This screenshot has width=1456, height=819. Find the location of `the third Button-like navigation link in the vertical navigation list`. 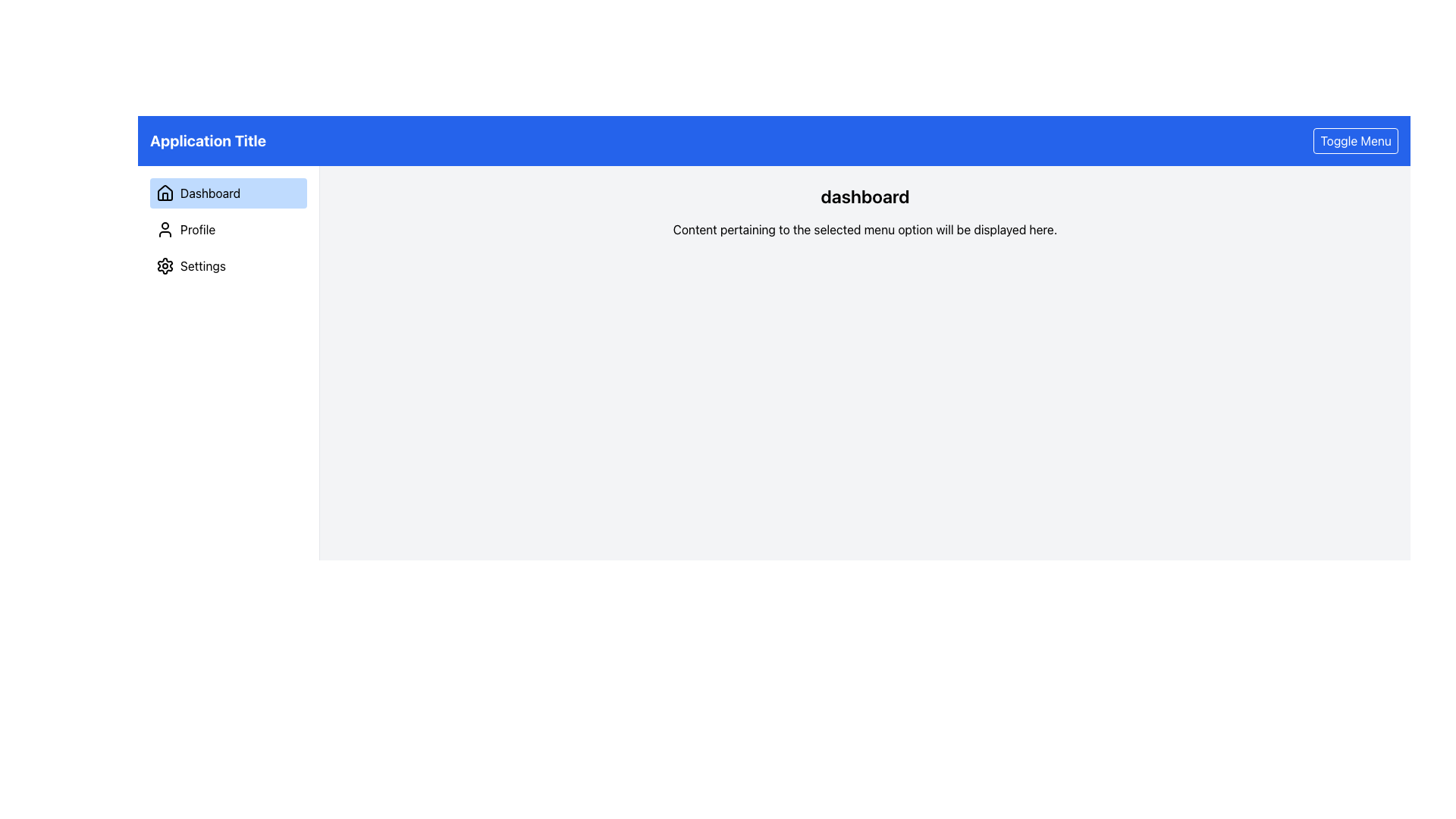

the third Button-like navigation link in the vertical navigation list is located at coordinates (227, 265).